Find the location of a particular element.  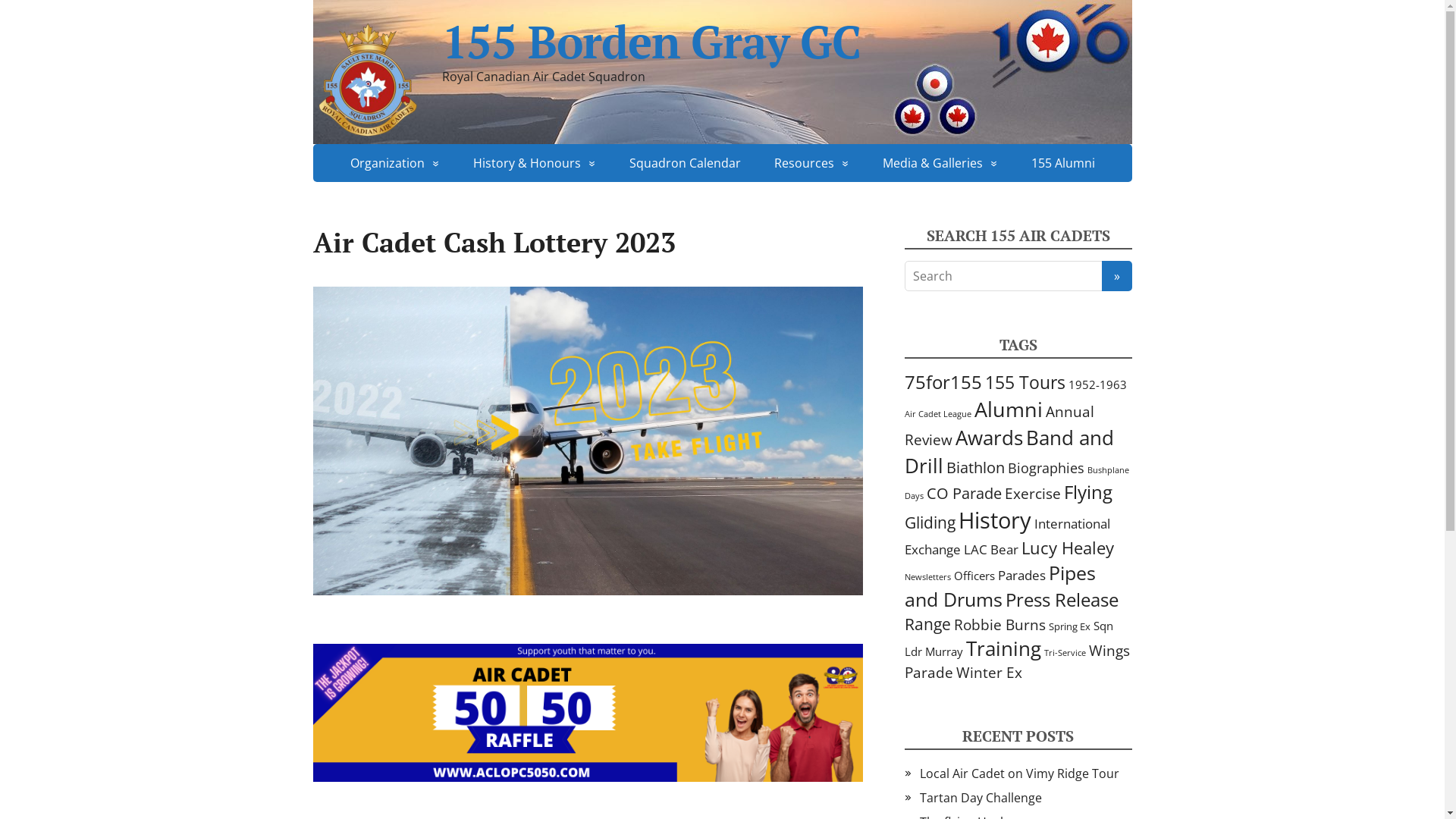

'Winter Ex' is located at coordinates (988, 671).